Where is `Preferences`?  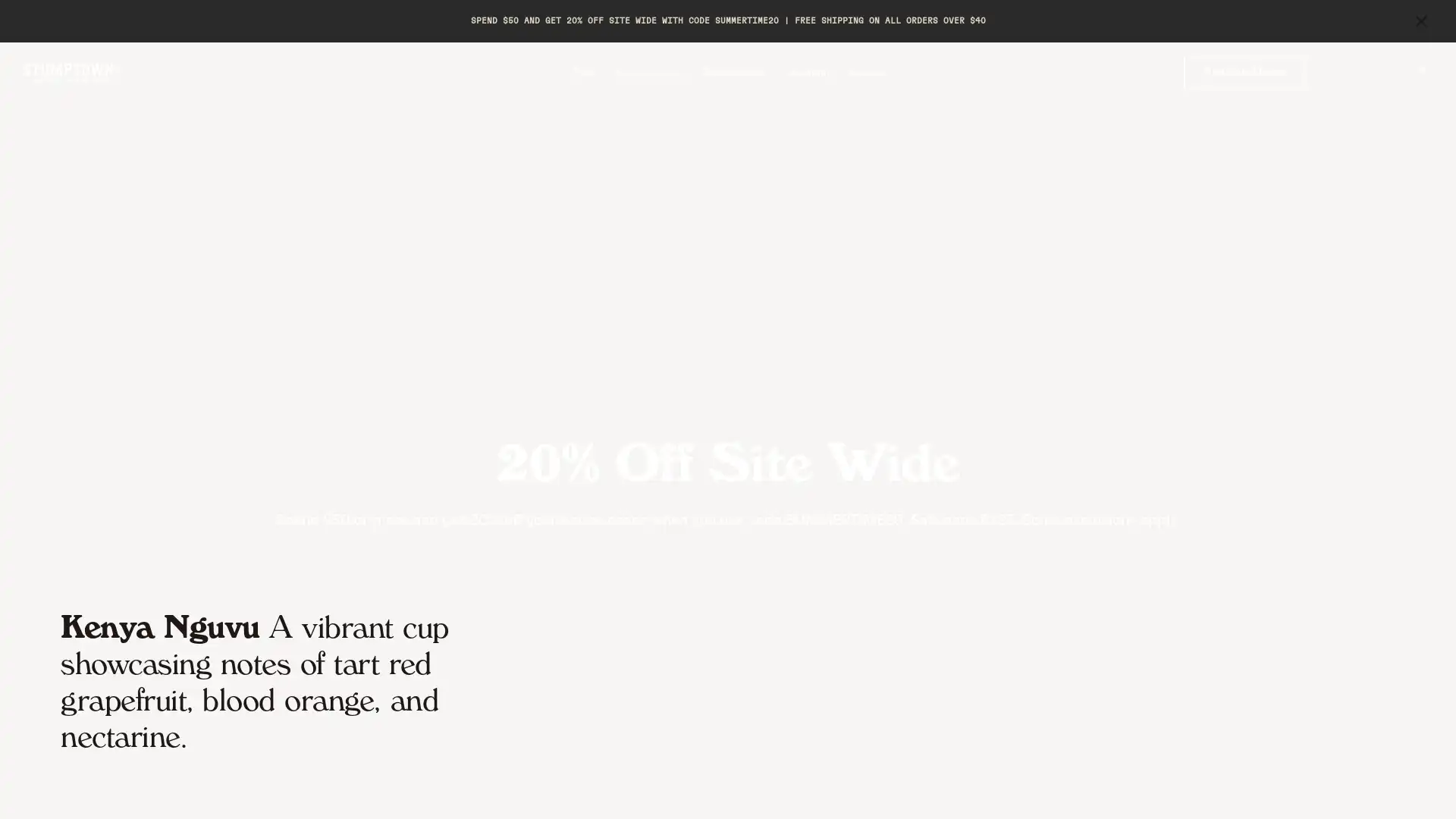
Preferences is located at coordinates (1292, 798).